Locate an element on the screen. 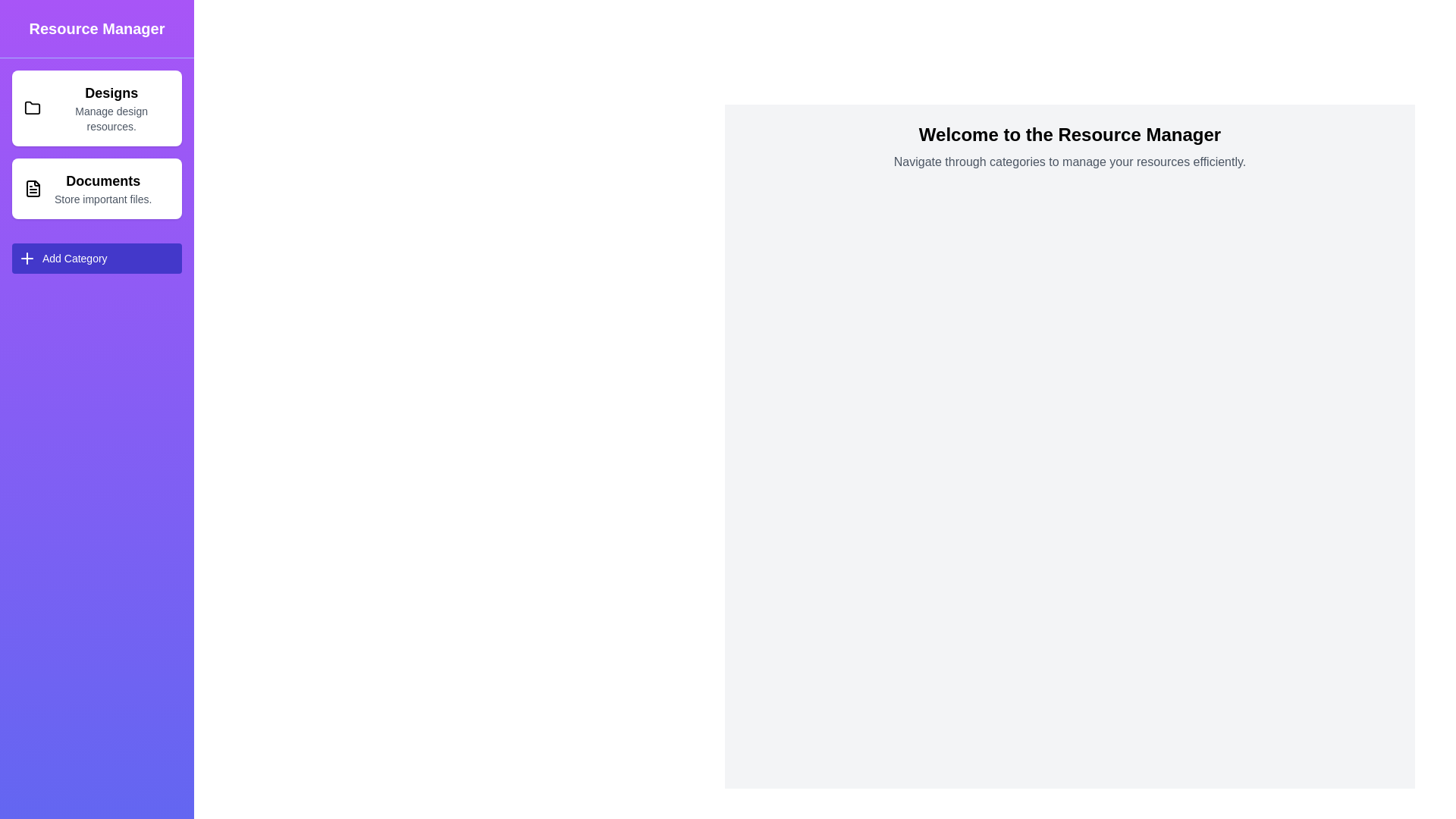 This screenshot has width=1456, height=819. the 'Documents' category to select it is located at coordinates (96, 188).